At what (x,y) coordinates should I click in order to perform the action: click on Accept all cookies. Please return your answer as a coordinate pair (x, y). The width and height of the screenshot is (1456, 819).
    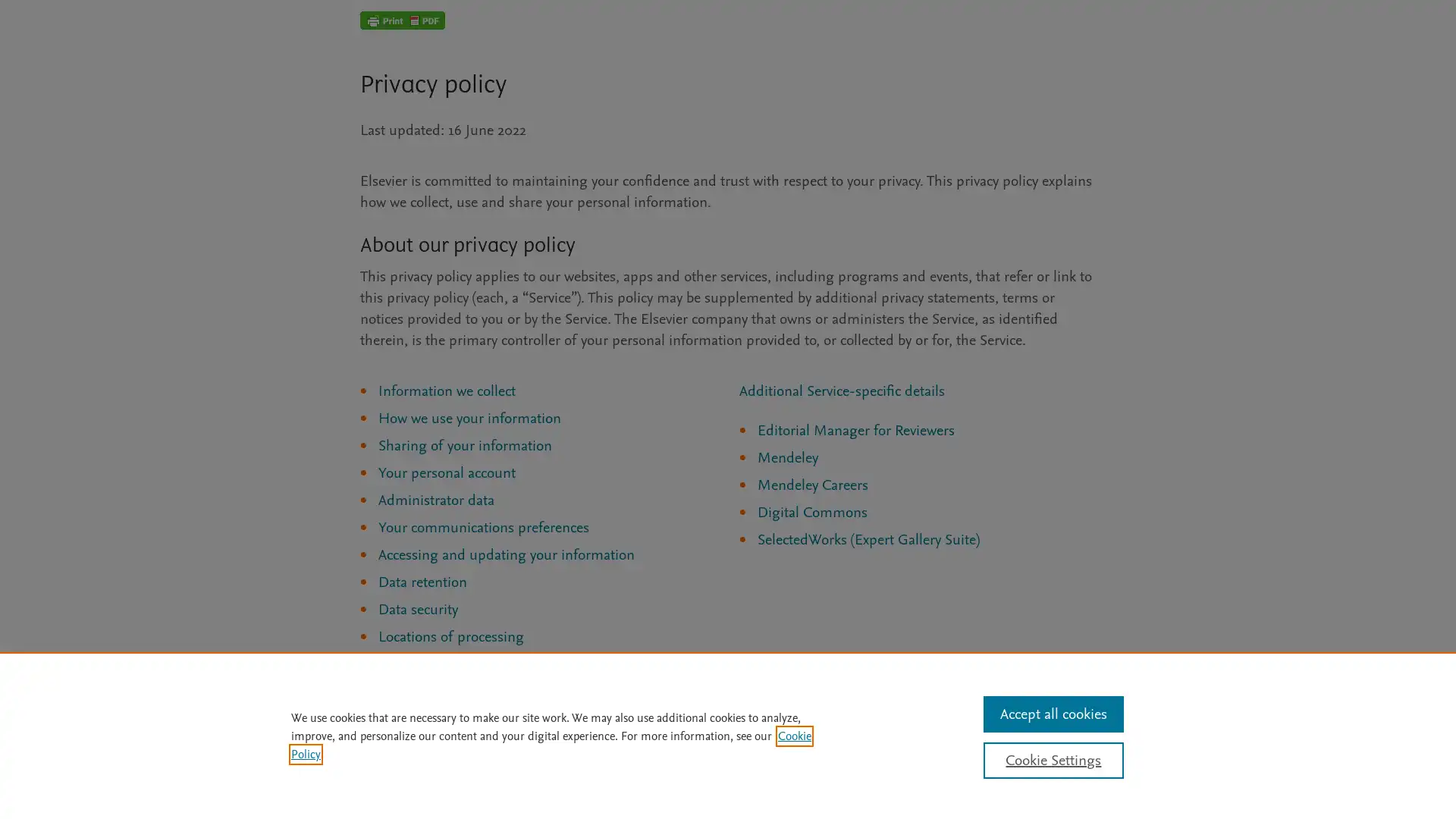
    Looking at the image, I should click on (1052, 714).